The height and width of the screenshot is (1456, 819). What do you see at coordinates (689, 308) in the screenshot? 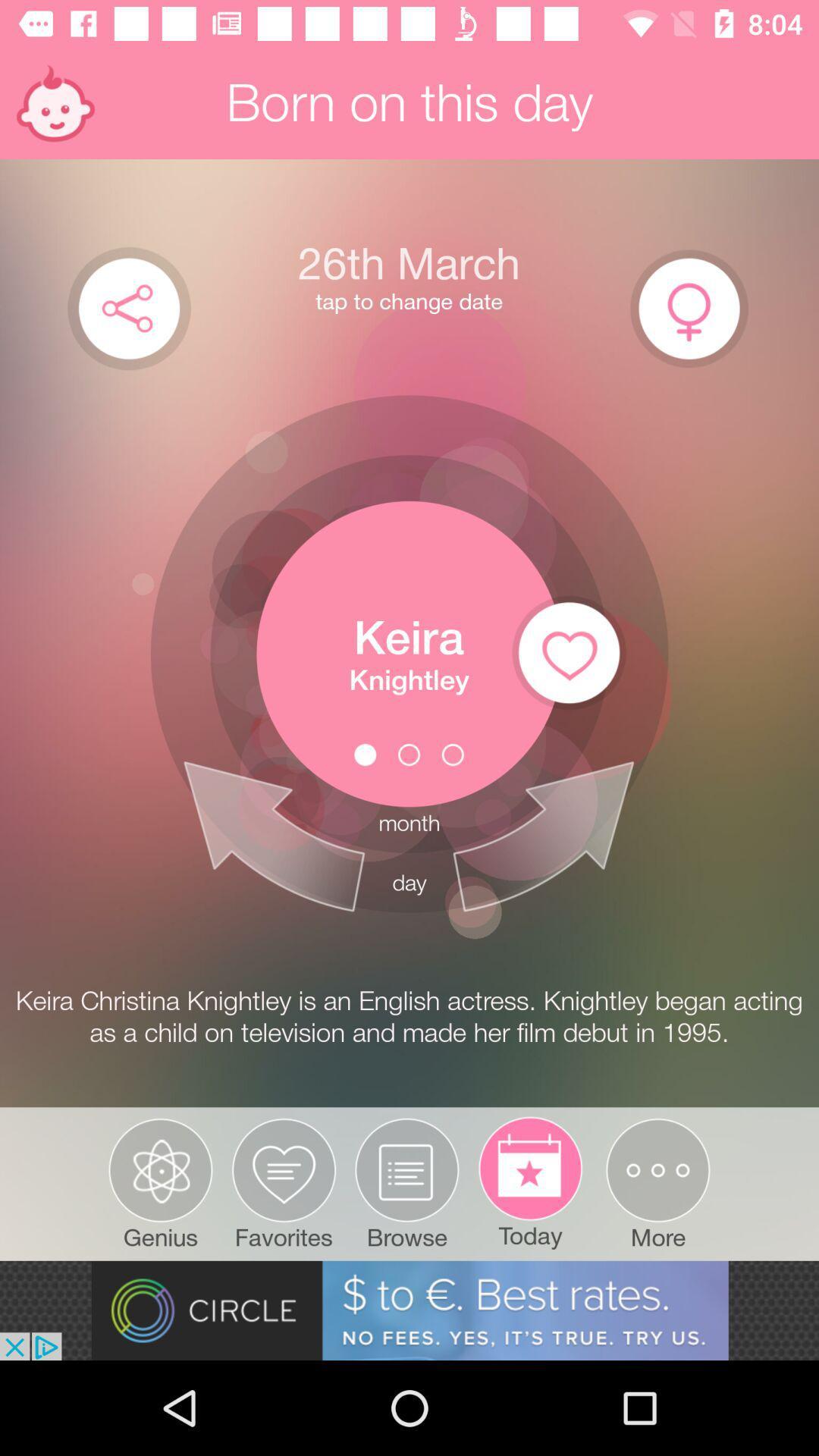
I see `the location icon` at bounding box center [689, 308].